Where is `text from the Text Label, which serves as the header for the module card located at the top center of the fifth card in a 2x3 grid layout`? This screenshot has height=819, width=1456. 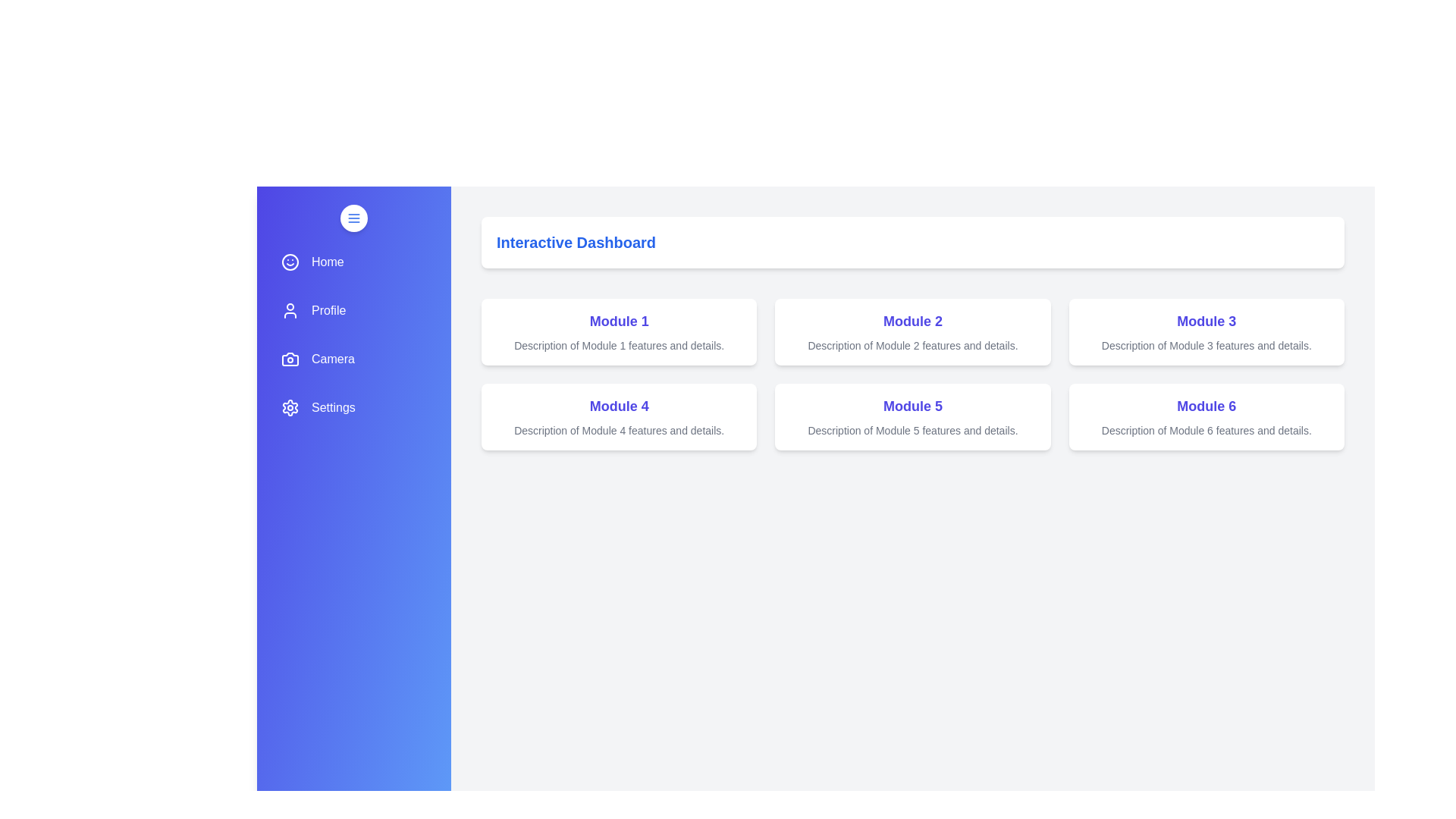 text from the Text Label, which serves as the header for the module card located at the top center of the fifth card in a 2x3 grid layout is located at coordinates (912, 406).